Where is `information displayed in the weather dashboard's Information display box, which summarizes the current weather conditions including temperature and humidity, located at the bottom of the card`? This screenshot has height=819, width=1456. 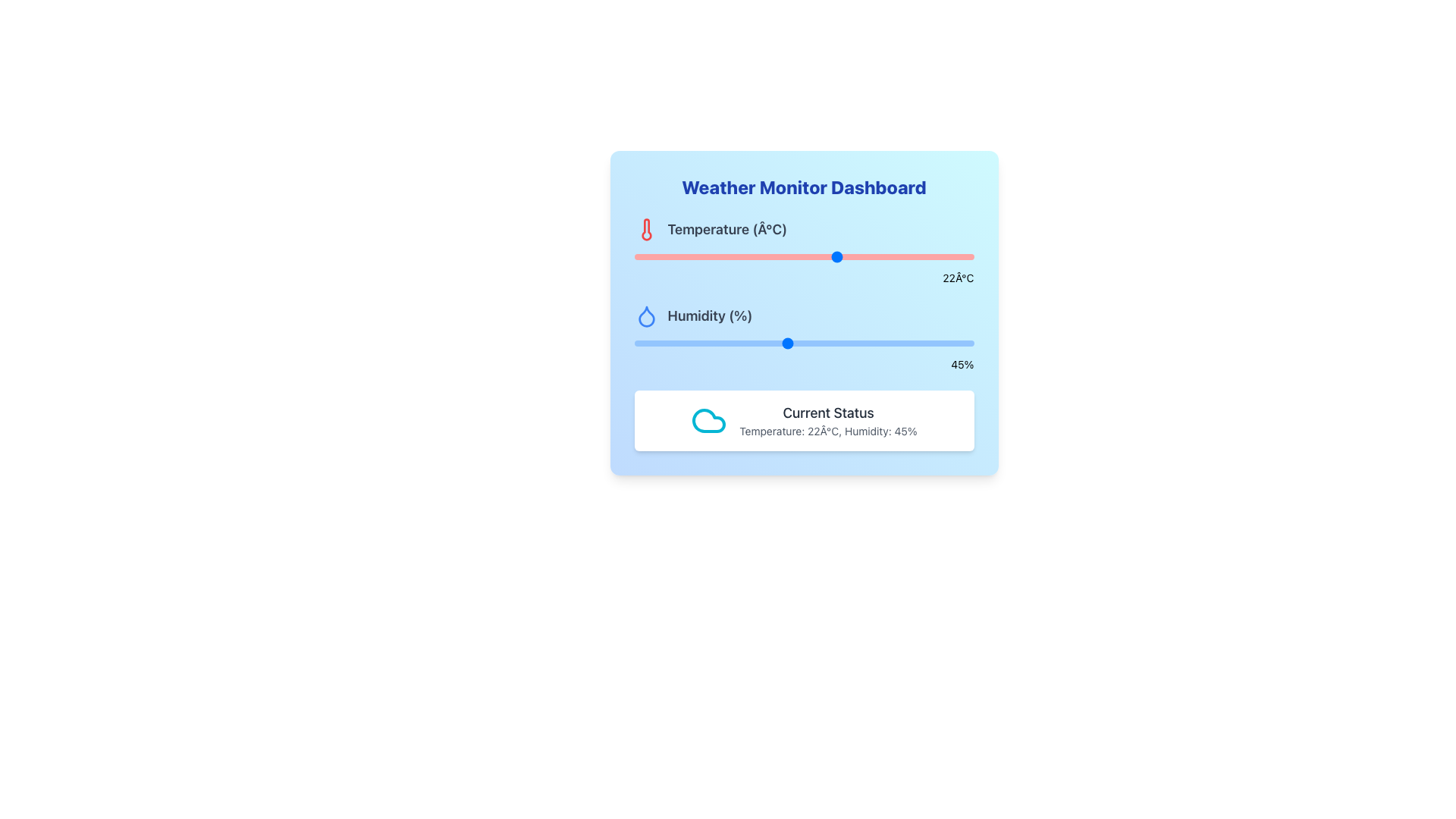 information displayed in the weather dashboard's Information display box, which summarizes the current weather conditions including temperature and humidity, located at the bottom of the card is located at coordinates (803, 421).